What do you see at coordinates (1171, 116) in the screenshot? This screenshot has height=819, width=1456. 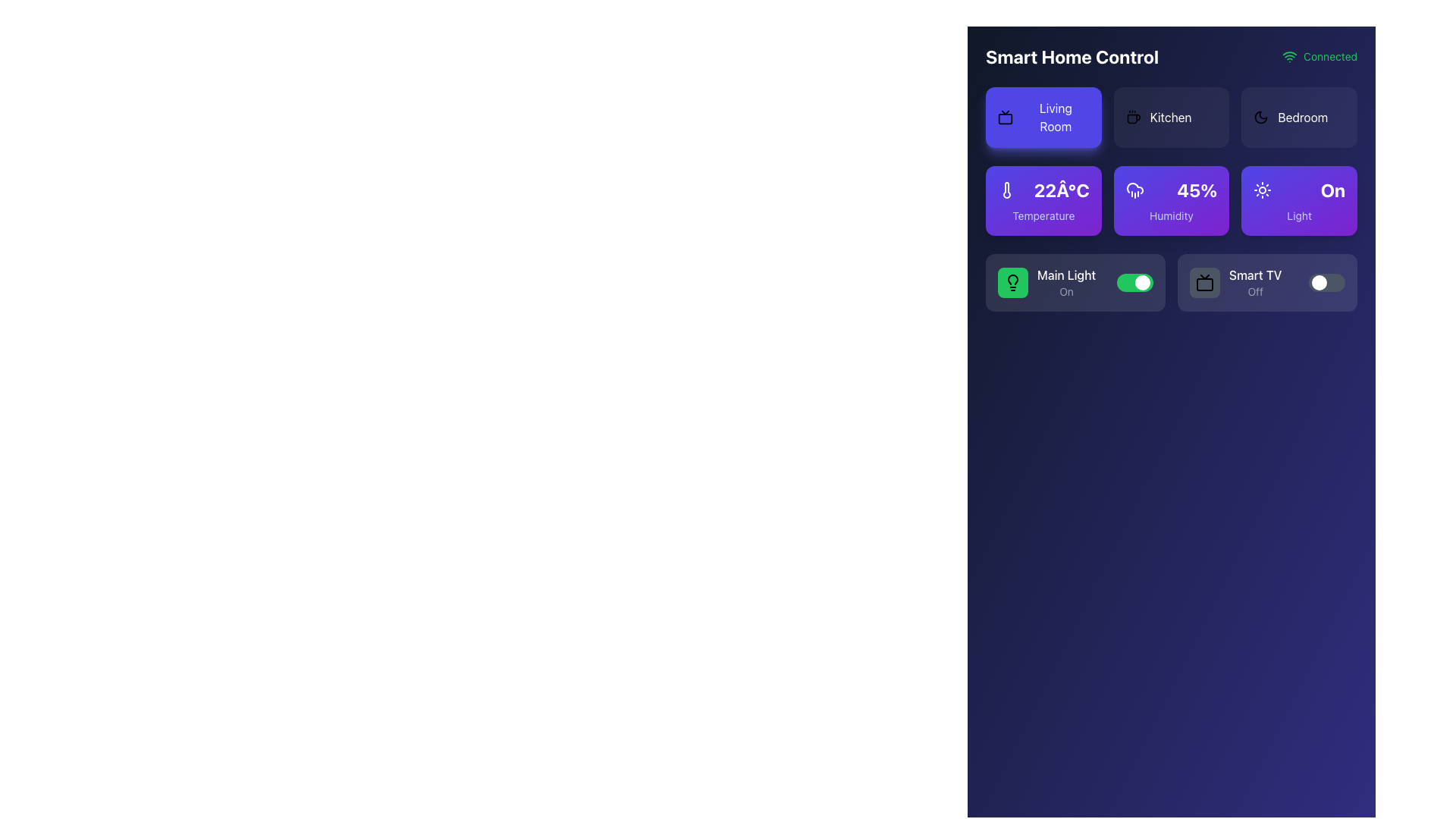 I see `the 'Kitchen' button, which is a rectangular button with a coffee cup icon and the text 'Kitchen', located in the top section of the interface under 'Smart Home Control'` at bounding box center [1171, 116].